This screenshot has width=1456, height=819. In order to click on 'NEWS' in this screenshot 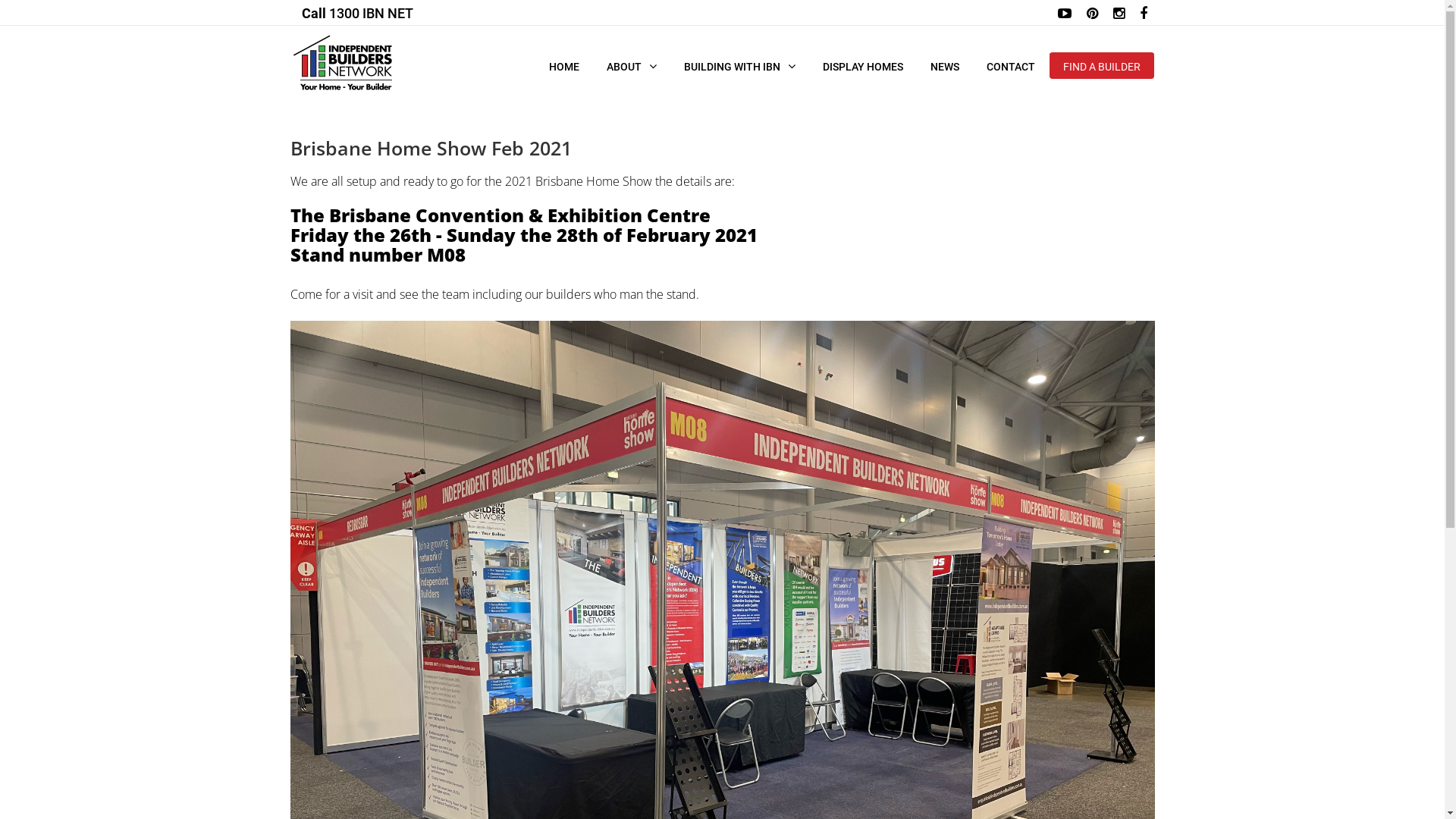, I will do `click(915, 64)`.